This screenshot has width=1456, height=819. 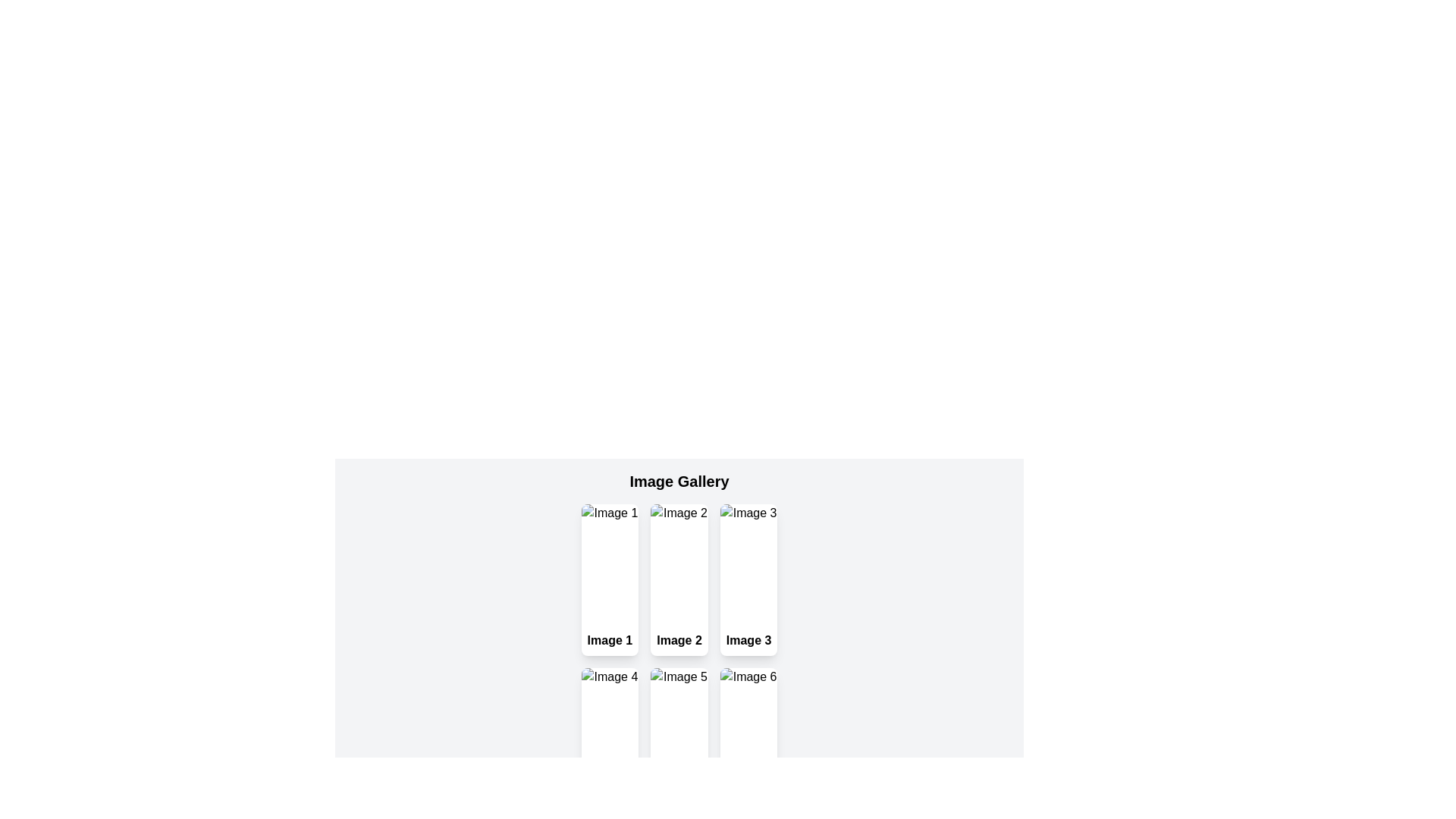 I want to click on the text label located beneath the image in the top-right corner of the grid layout, which is part of the third item in the top row of the grid, so click(x=748, y=640).